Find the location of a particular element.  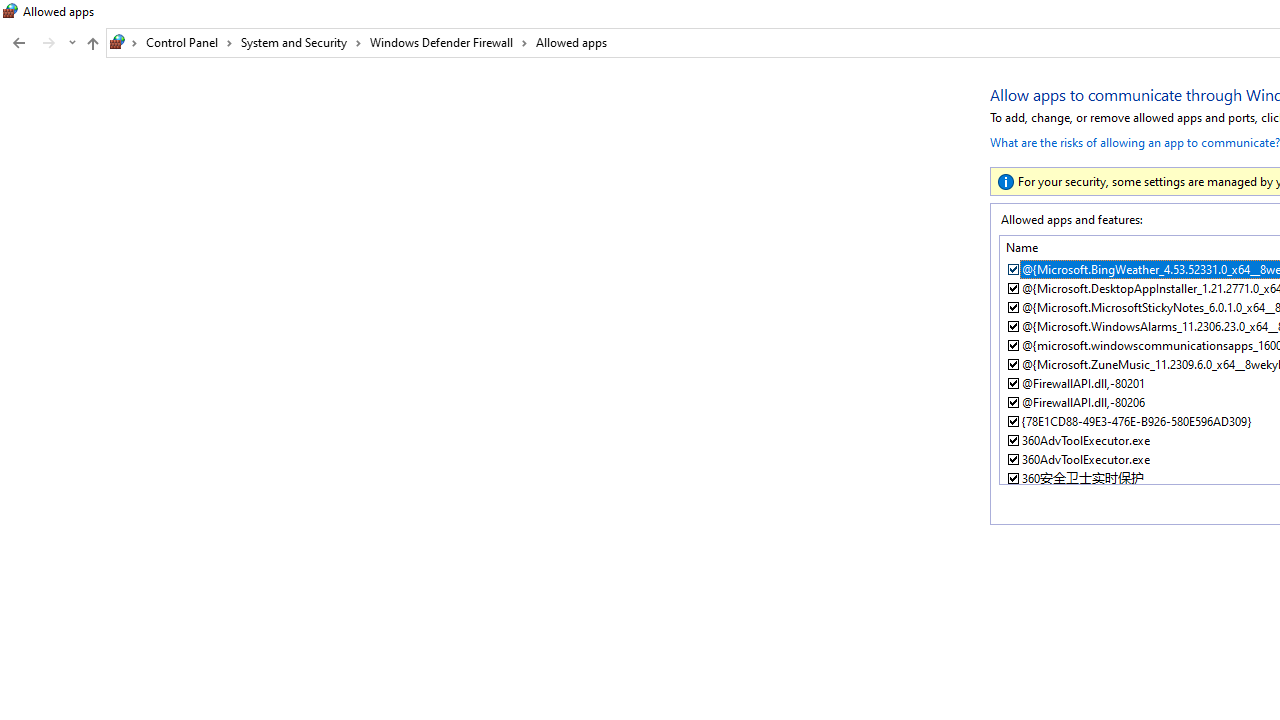

'What are the risks of allowing an app to communicate?' is located at coordinates (1134, 139).